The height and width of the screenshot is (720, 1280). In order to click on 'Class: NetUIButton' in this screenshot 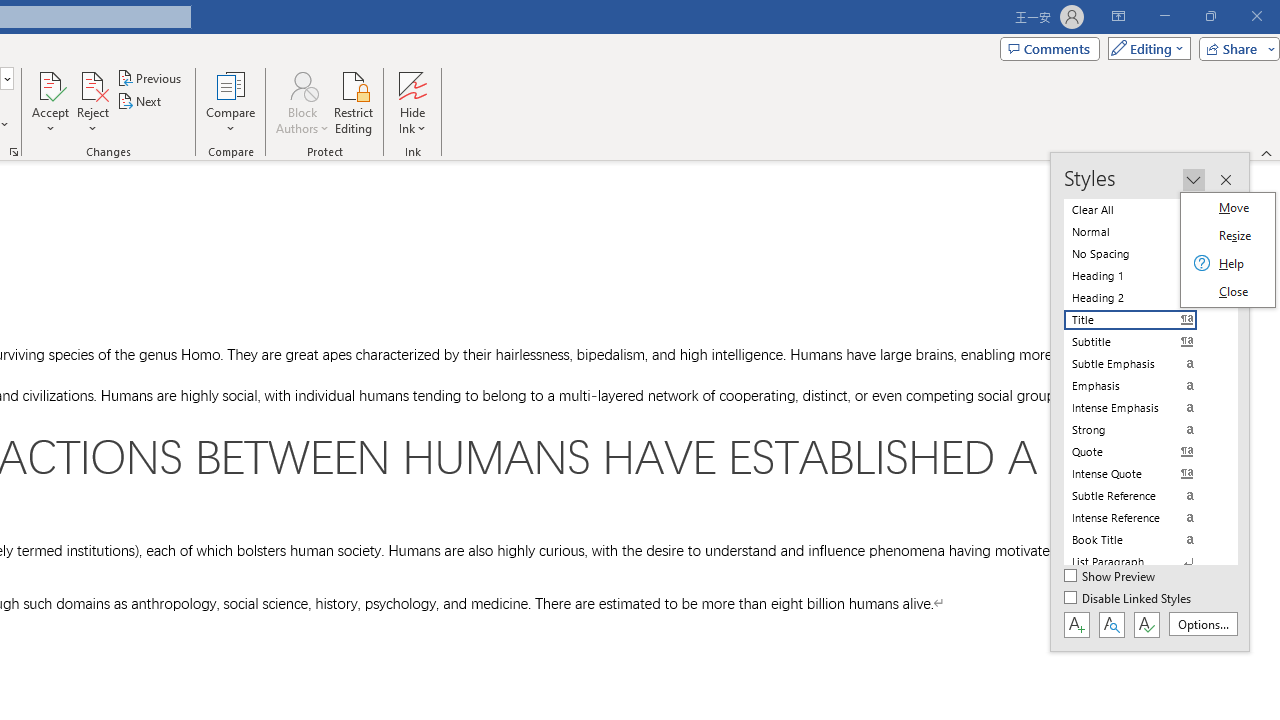, I will do `click(1146, 623)`.